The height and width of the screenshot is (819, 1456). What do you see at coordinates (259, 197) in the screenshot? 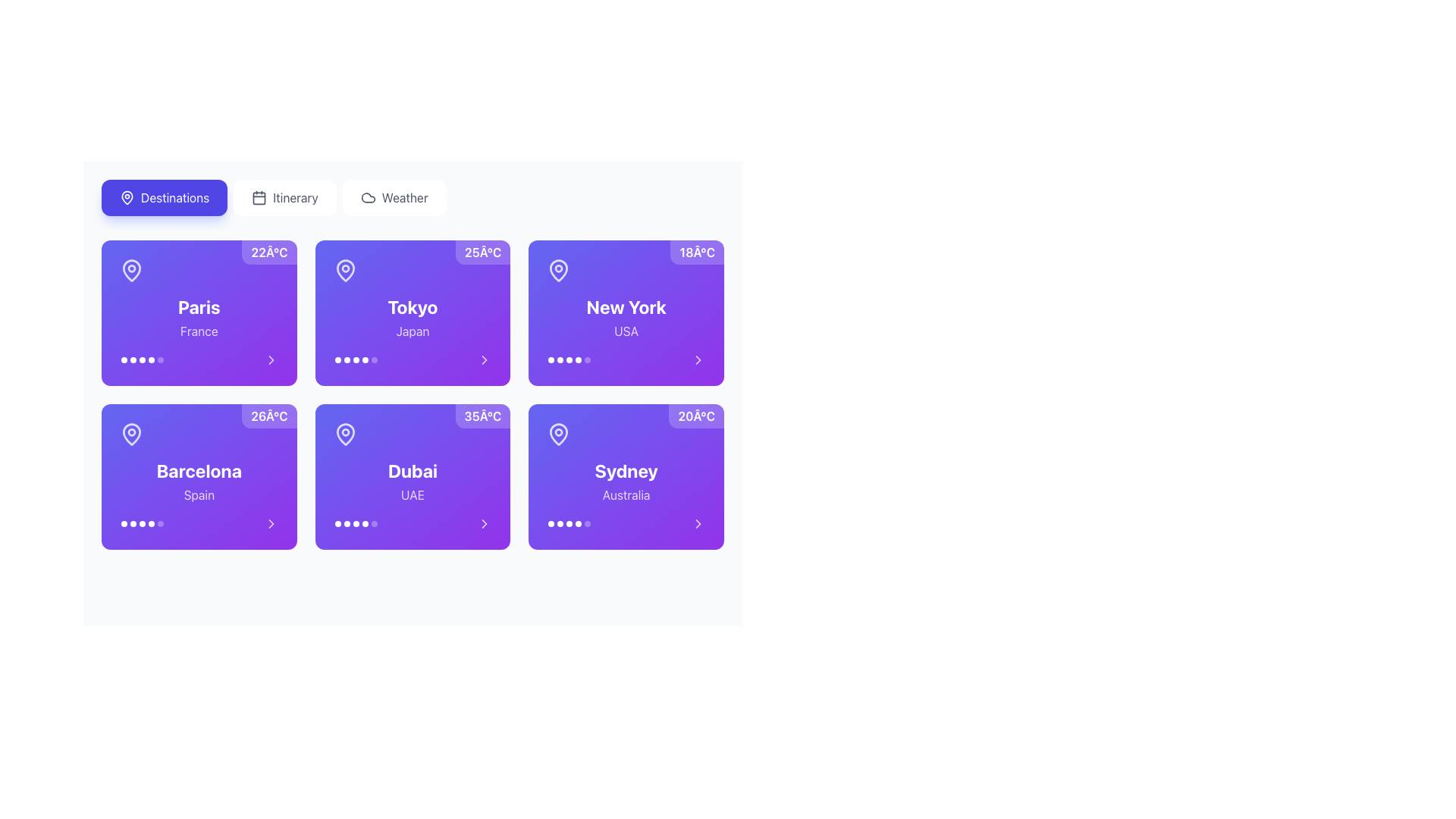
I see `the graphical element that is part of the calendar icon, located between the 'Destinations' and 'Weather' icons in the header` at bounding box center [259, 197].